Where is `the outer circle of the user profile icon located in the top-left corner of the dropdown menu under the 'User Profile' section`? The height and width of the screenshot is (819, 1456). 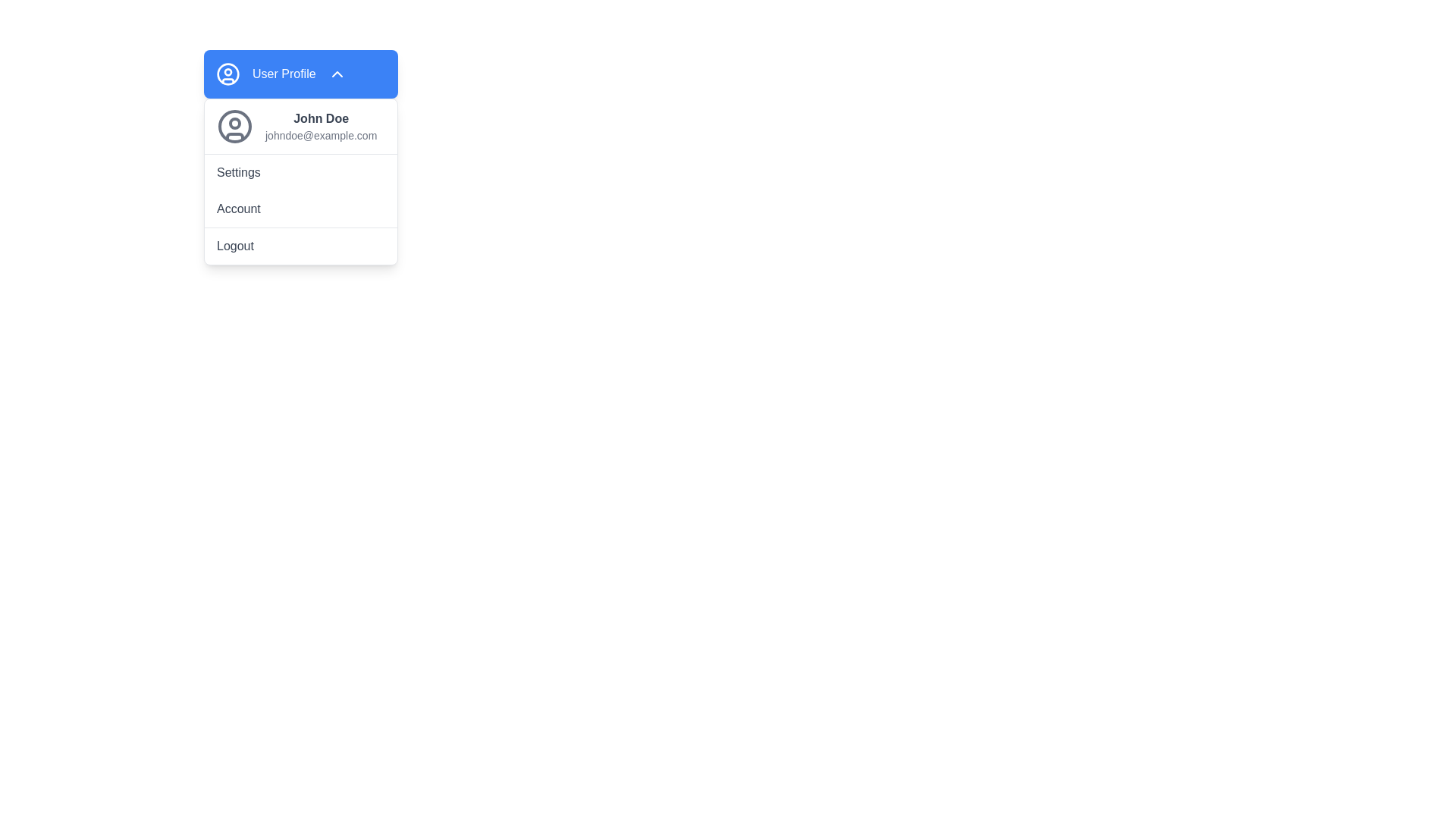
the outer circle of the user profile icon located in the top-left corner of the dropdown menu under the 'User Profile' section is located at coordinates (234, 125).